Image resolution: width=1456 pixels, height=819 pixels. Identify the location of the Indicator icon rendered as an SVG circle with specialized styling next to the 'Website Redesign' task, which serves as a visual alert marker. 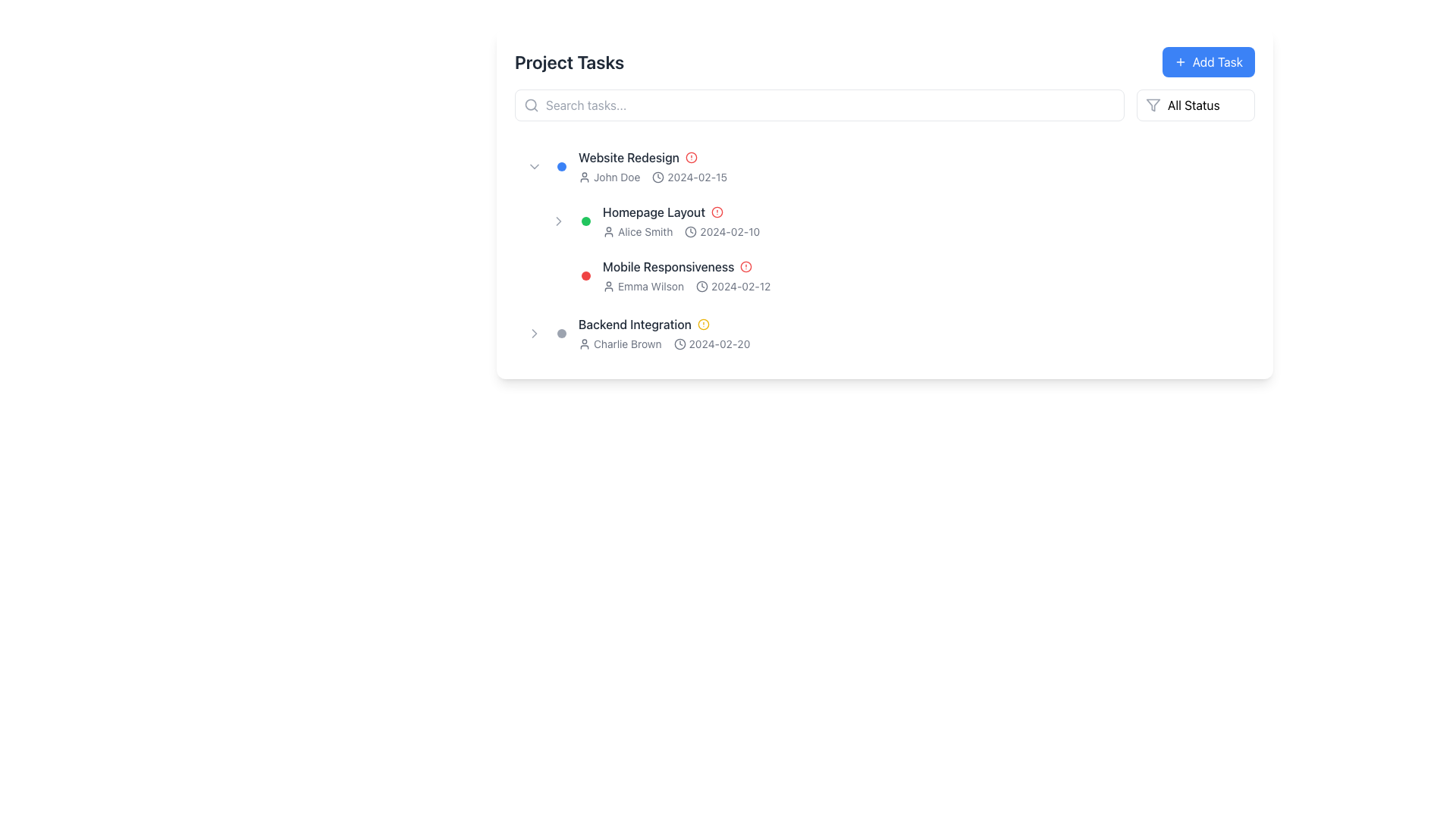
(702, 324).